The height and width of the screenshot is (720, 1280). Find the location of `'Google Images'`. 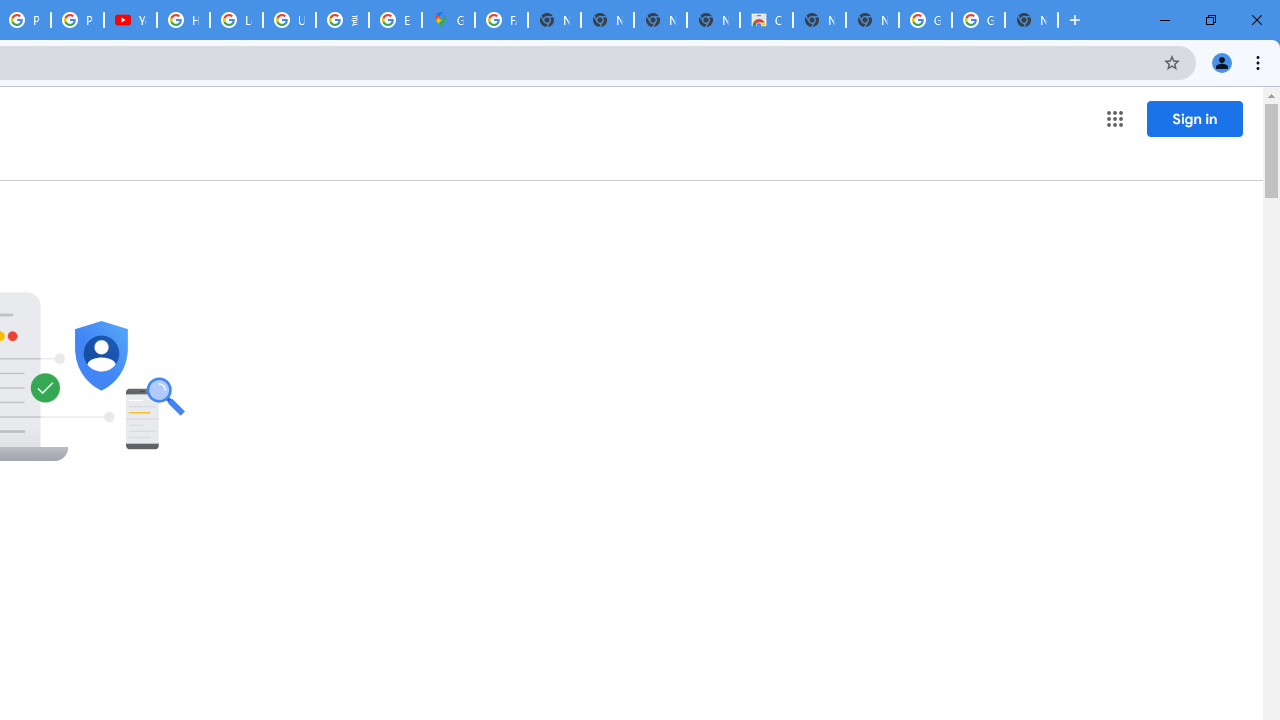

'Google Images' is located at coordinates (924, 20).